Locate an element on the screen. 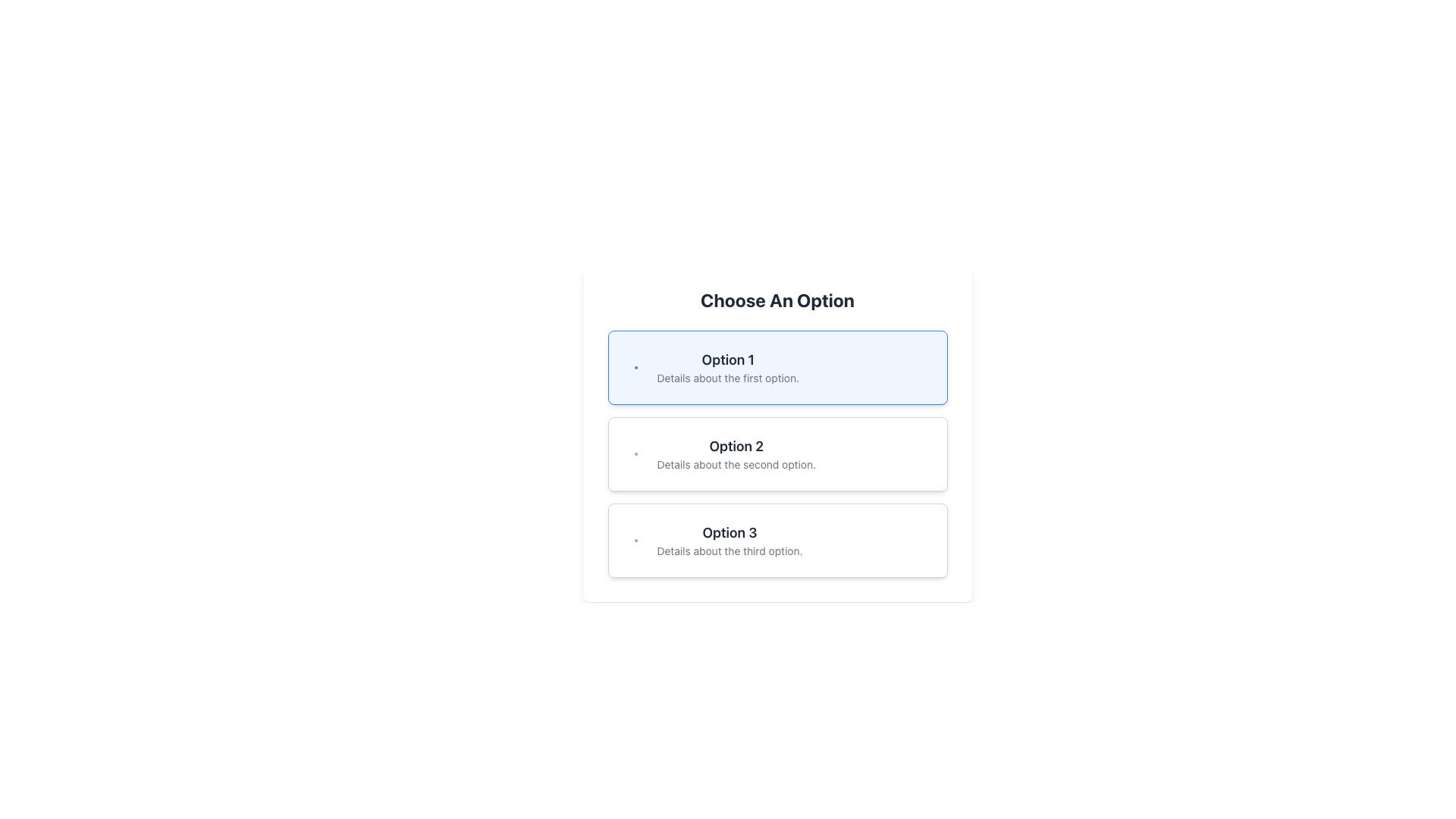  the static text element that provides additional information about 'Option 3', located under the title 'Option 3' in the third option block is located at coordinates (730, 551).